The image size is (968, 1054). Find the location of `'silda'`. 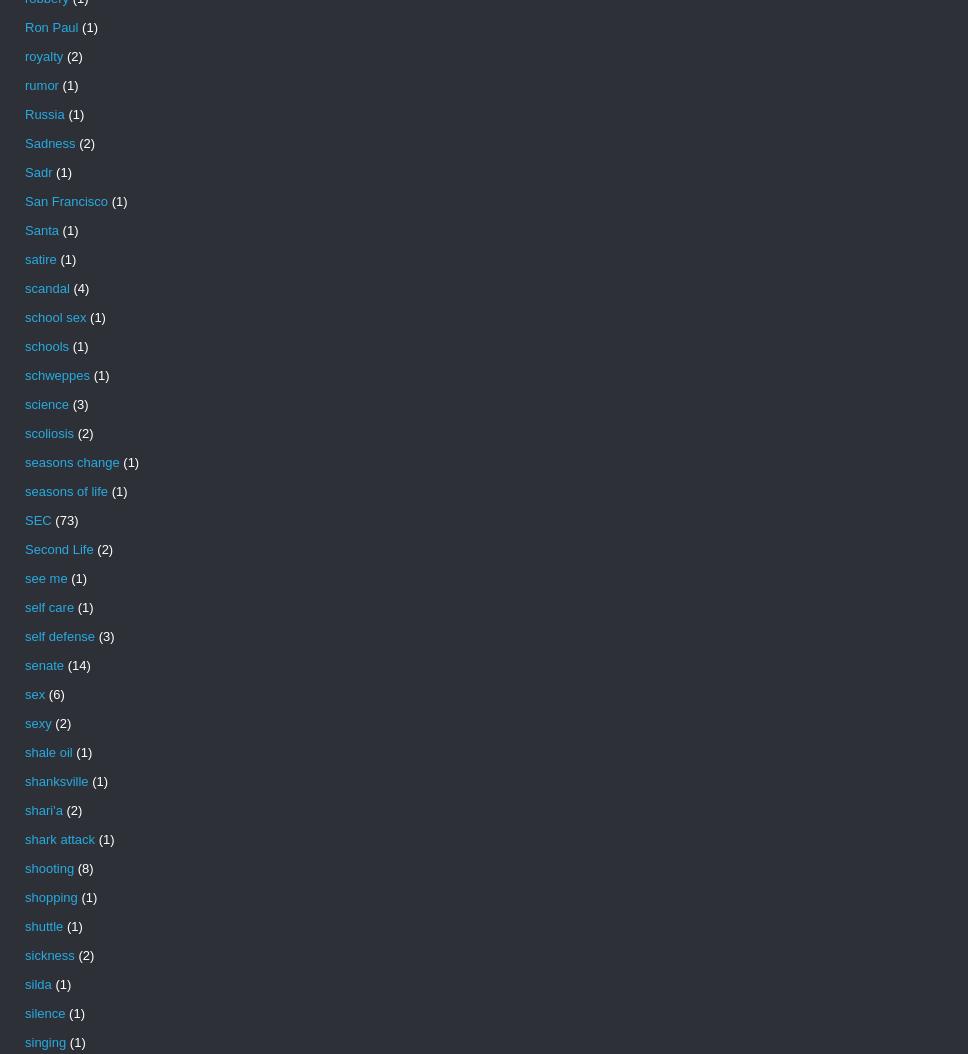

'silda' is located at coordinates (24, 984).